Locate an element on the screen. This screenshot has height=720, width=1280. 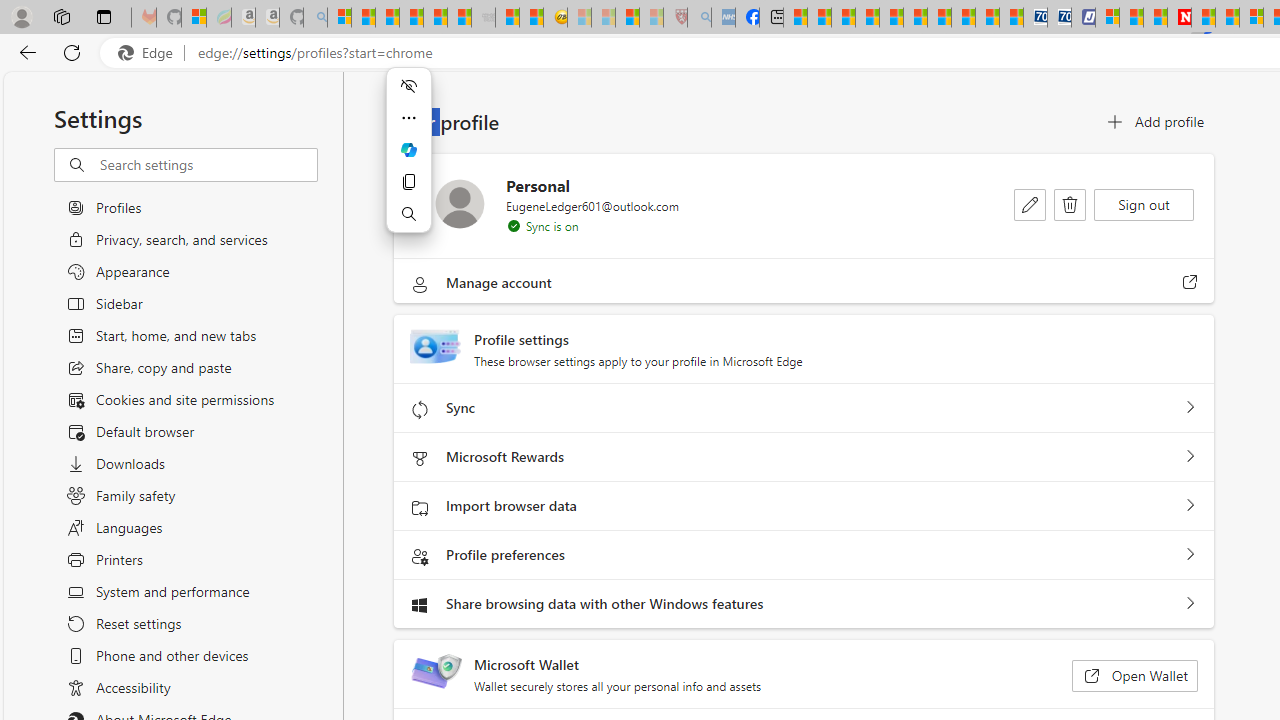
'Ask Copilot' is located at coordinates (407, 149).